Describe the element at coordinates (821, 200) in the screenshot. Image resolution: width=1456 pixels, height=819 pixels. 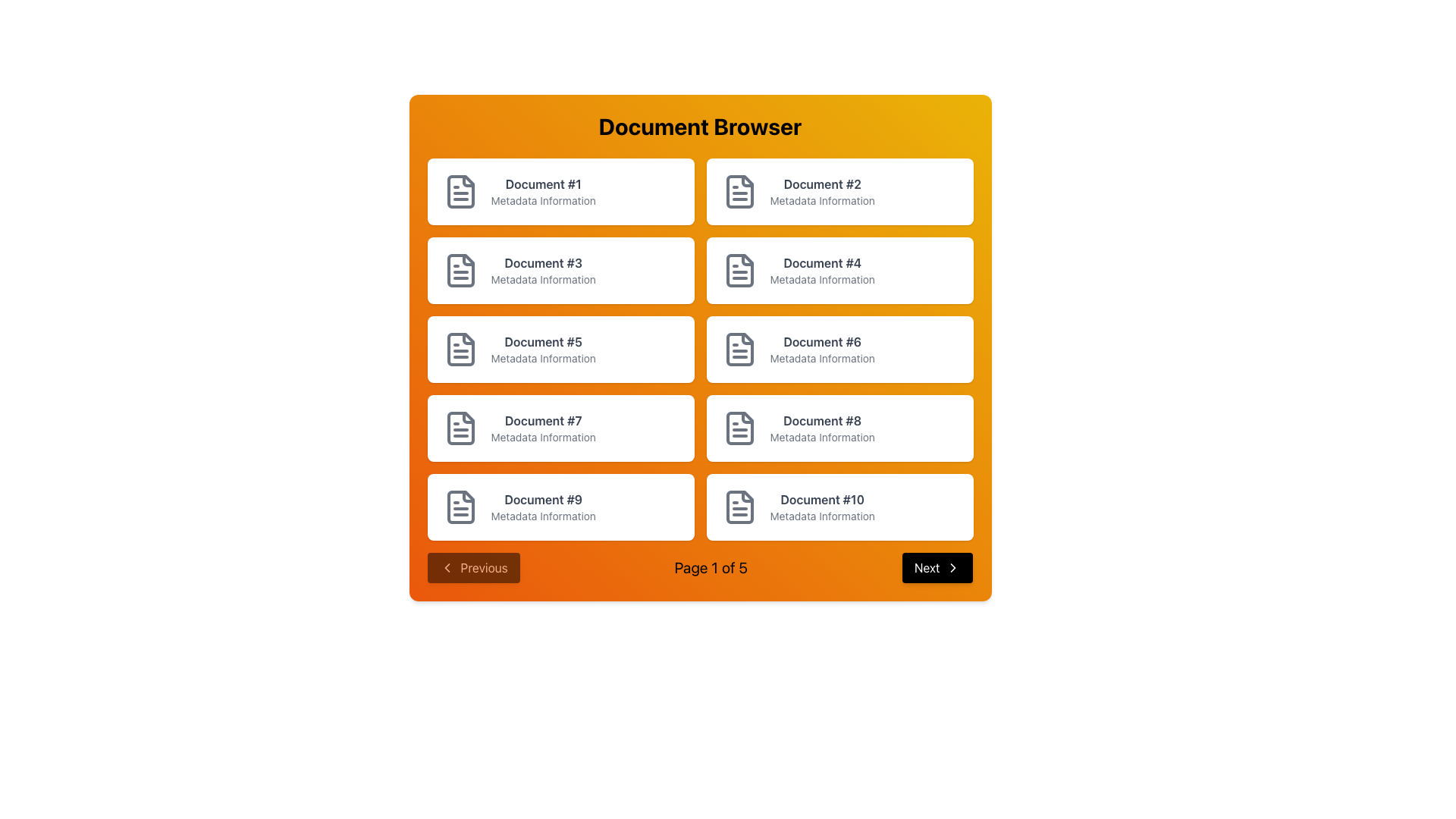
I see `the text label located below the heading 'Document #2' in the second card of the right column in a grid layout of the document browser interface` at that location.